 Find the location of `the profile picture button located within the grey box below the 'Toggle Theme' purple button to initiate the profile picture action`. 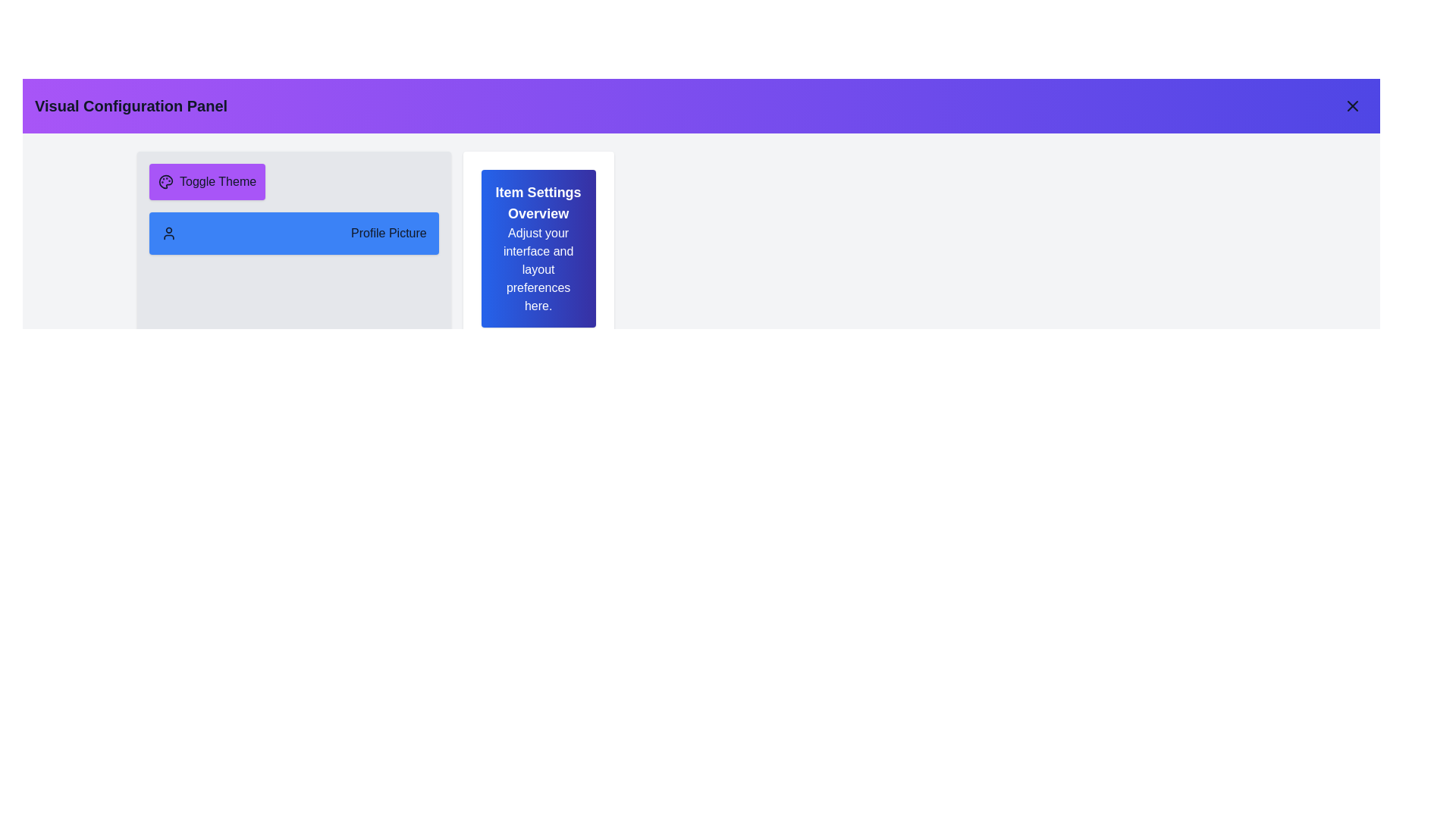

the profile picture button located within the grey box below the 'Toggle Theme' purple button to initiate the profile picture action is located at coordinates (293, 247).